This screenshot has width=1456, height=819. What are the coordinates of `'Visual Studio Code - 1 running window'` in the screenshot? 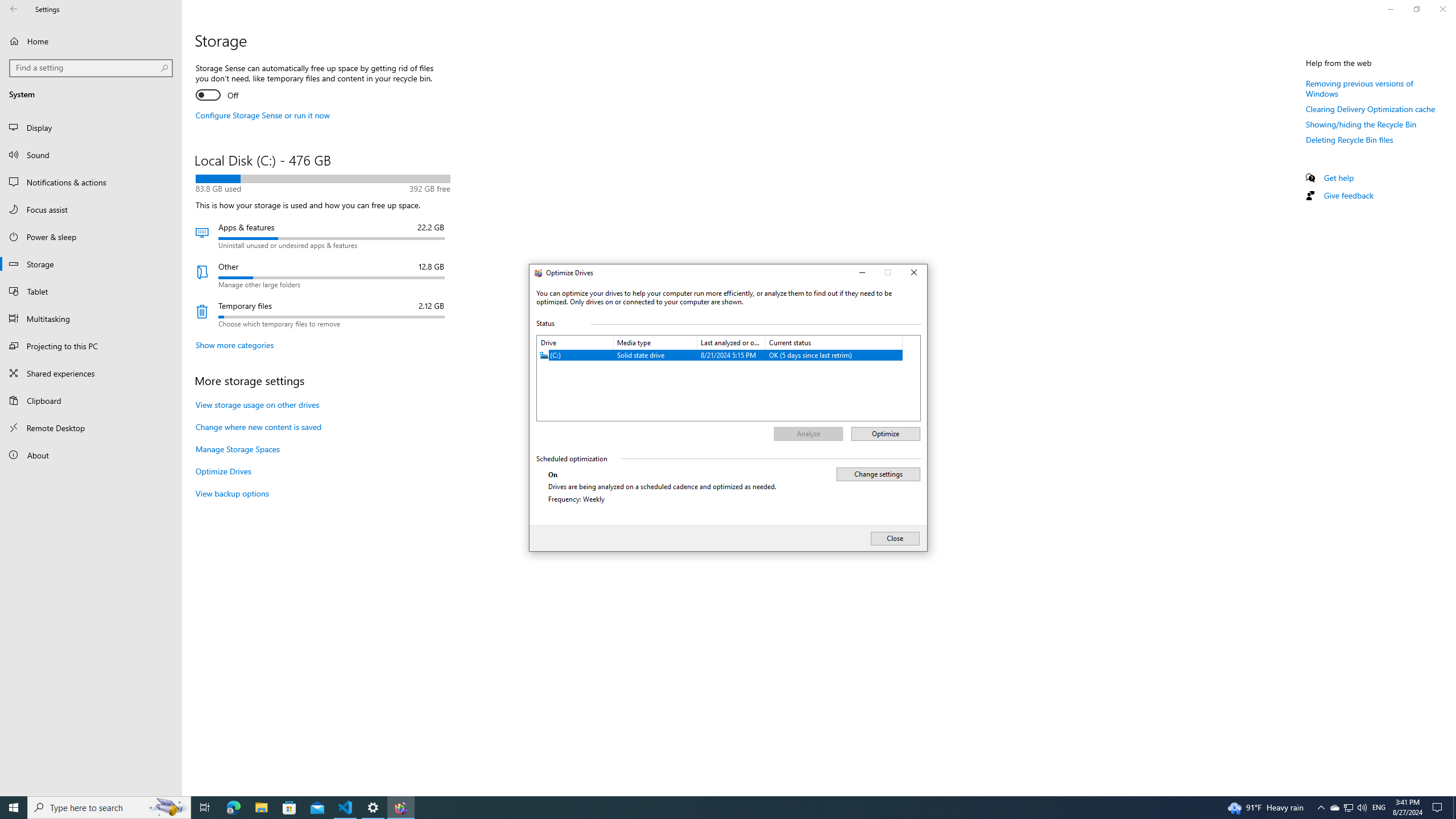 It's located at (345, 806).